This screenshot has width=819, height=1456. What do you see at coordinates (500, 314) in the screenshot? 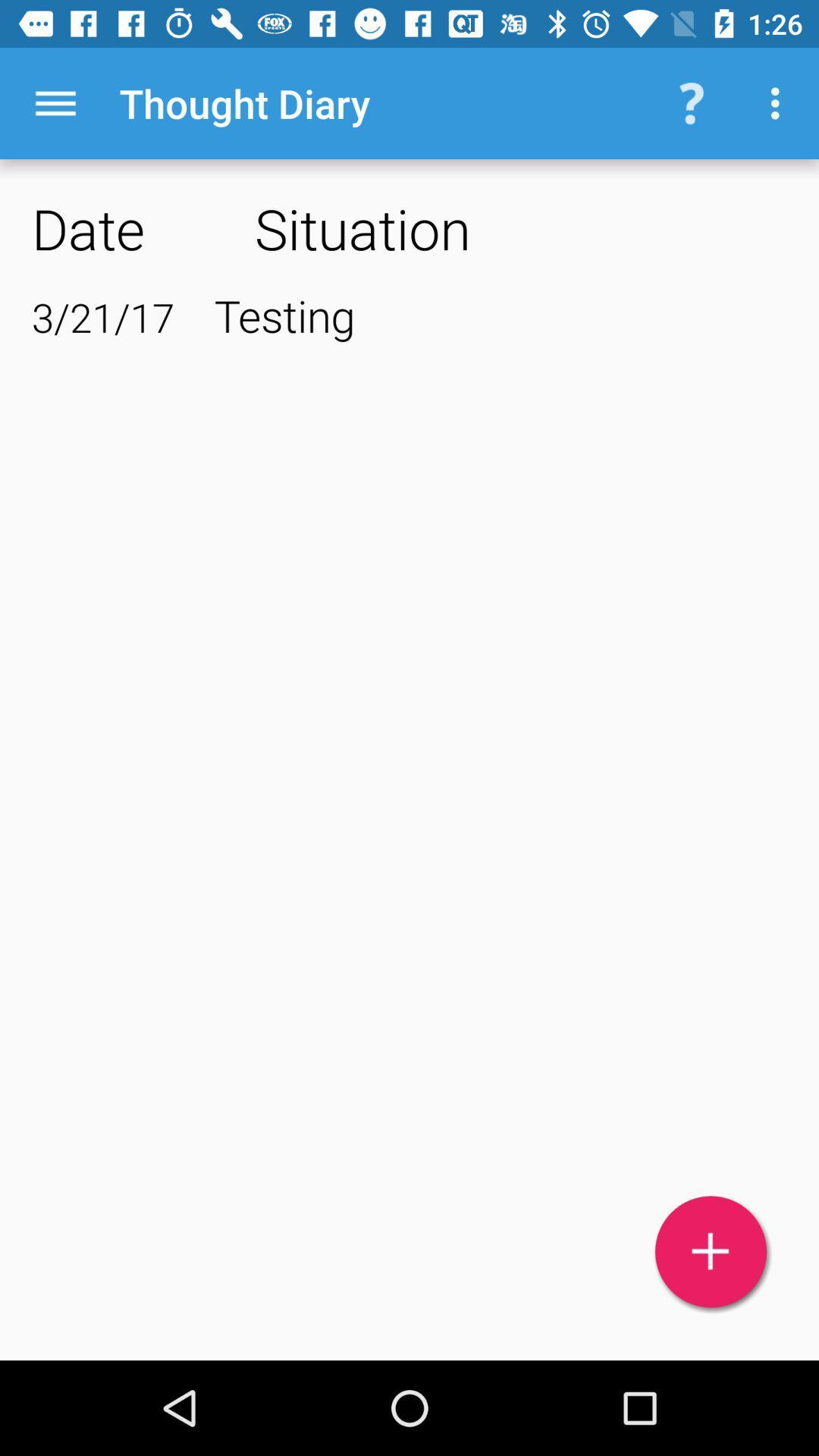
I see `item to the right of the 3/21/17 item` at bounding box center [500, 314].